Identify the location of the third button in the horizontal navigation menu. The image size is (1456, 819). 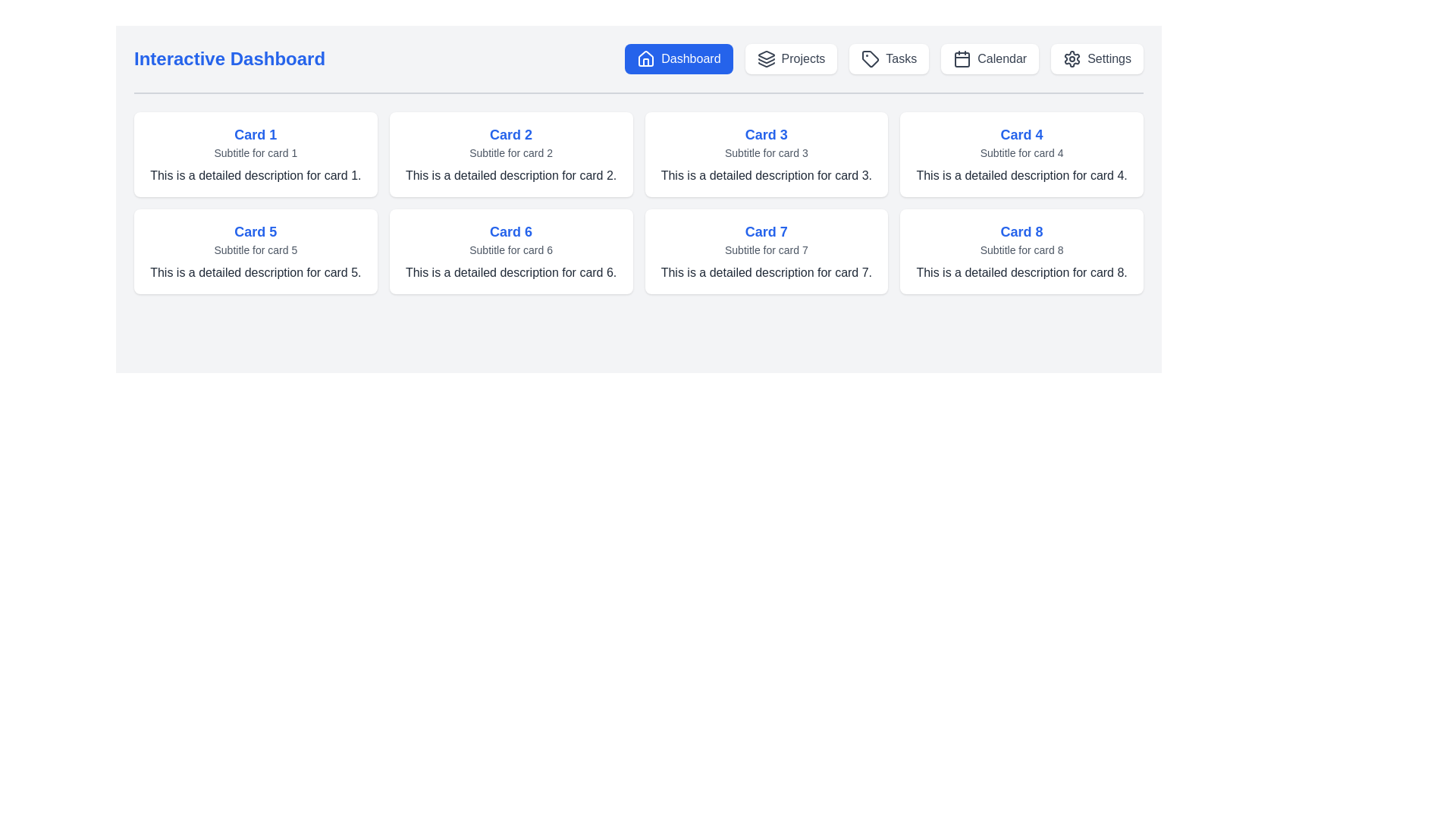
(889, 58).